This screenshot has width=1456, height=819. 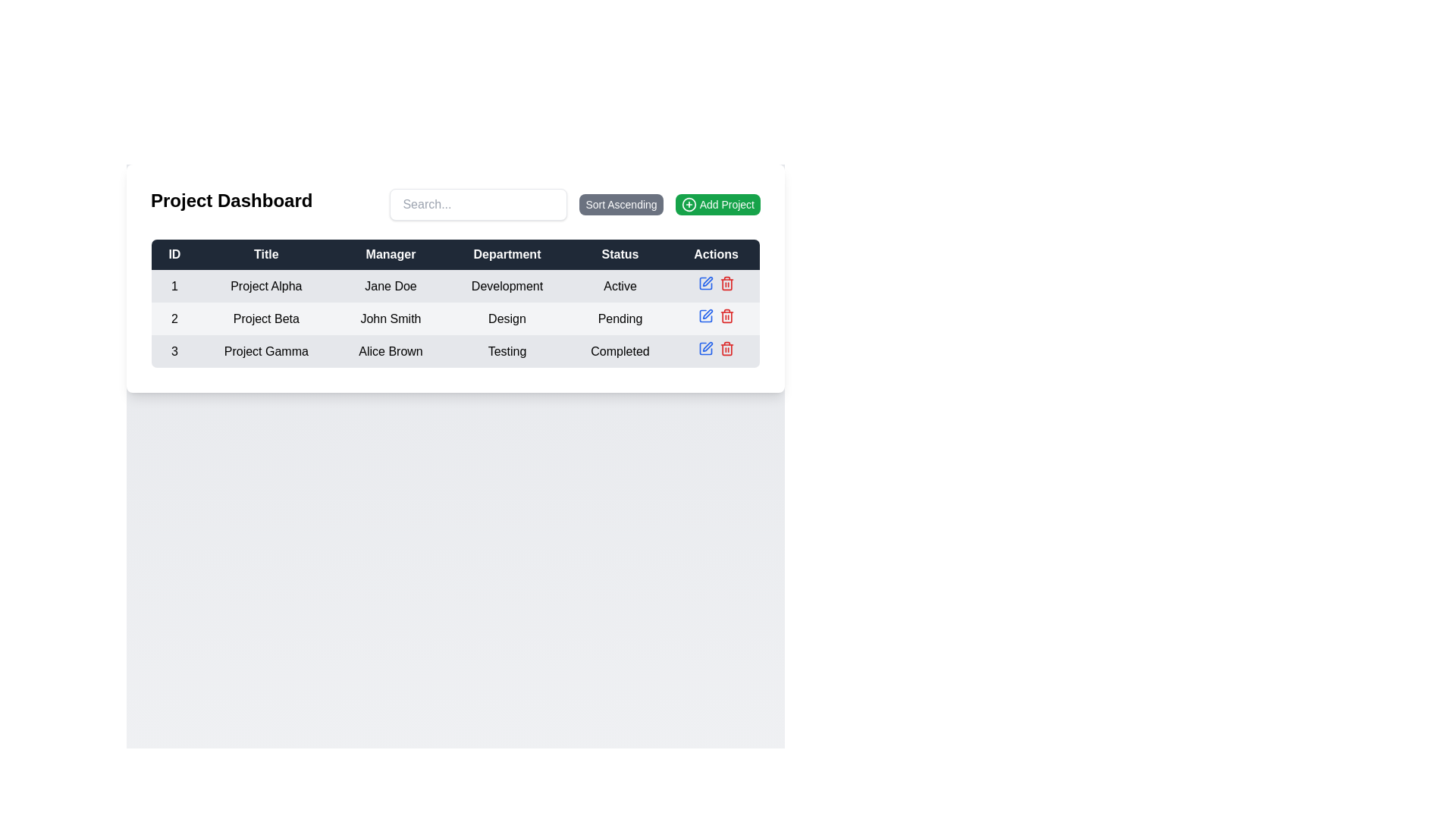 What do you see at coordinates (620, 318) in the screenshot?
I see `status information from the Text label indicating 'Pending' for 'Project Beta' managed by 'John Smith' in the 'Status' column of the table` at bounding box center [620, 318].